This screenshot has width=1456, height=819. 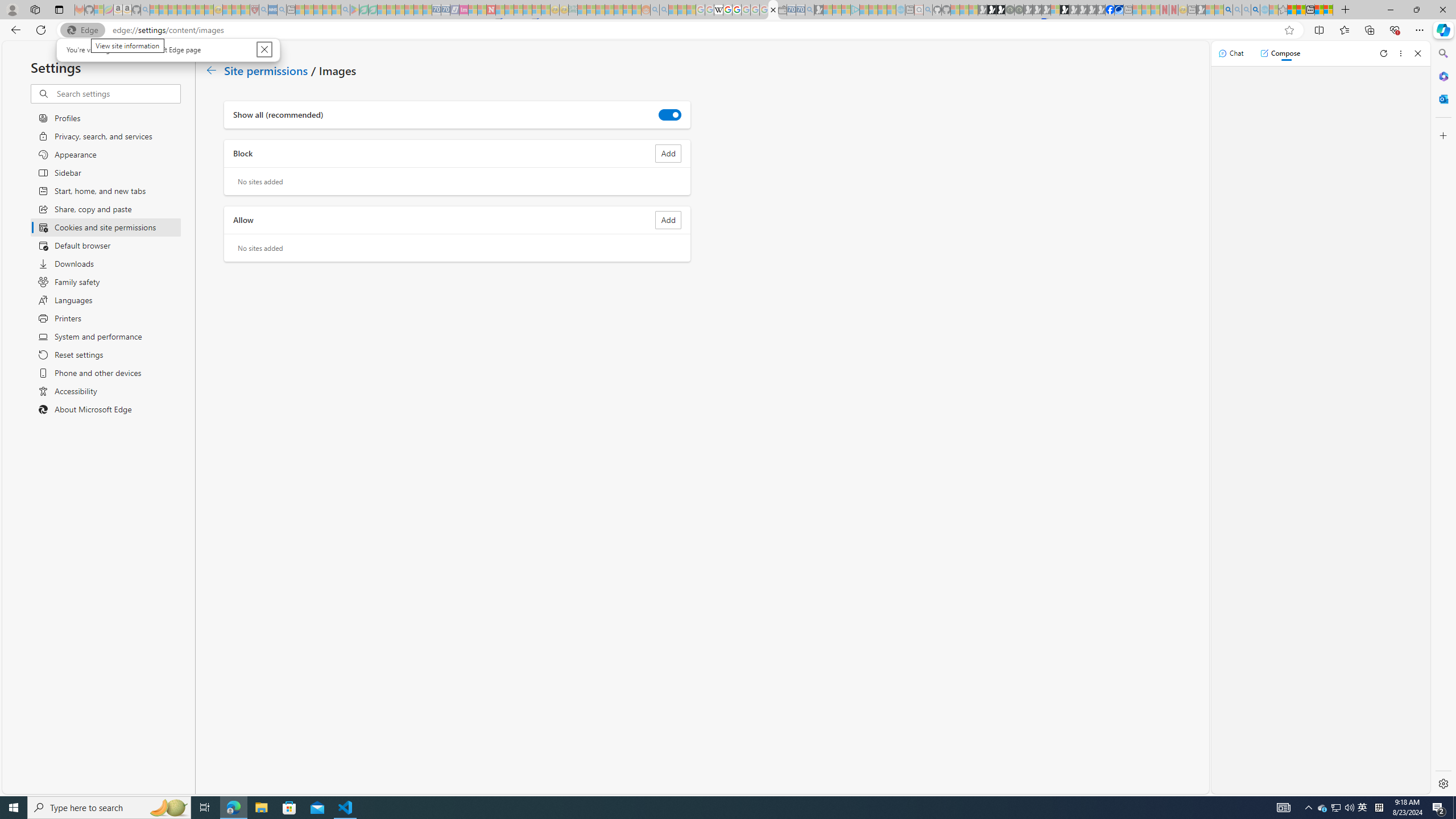 What do you see at coordinates (1454, 806) in the screenshot?
I see `'Show desktop'` at bounding box center [1454, 806].